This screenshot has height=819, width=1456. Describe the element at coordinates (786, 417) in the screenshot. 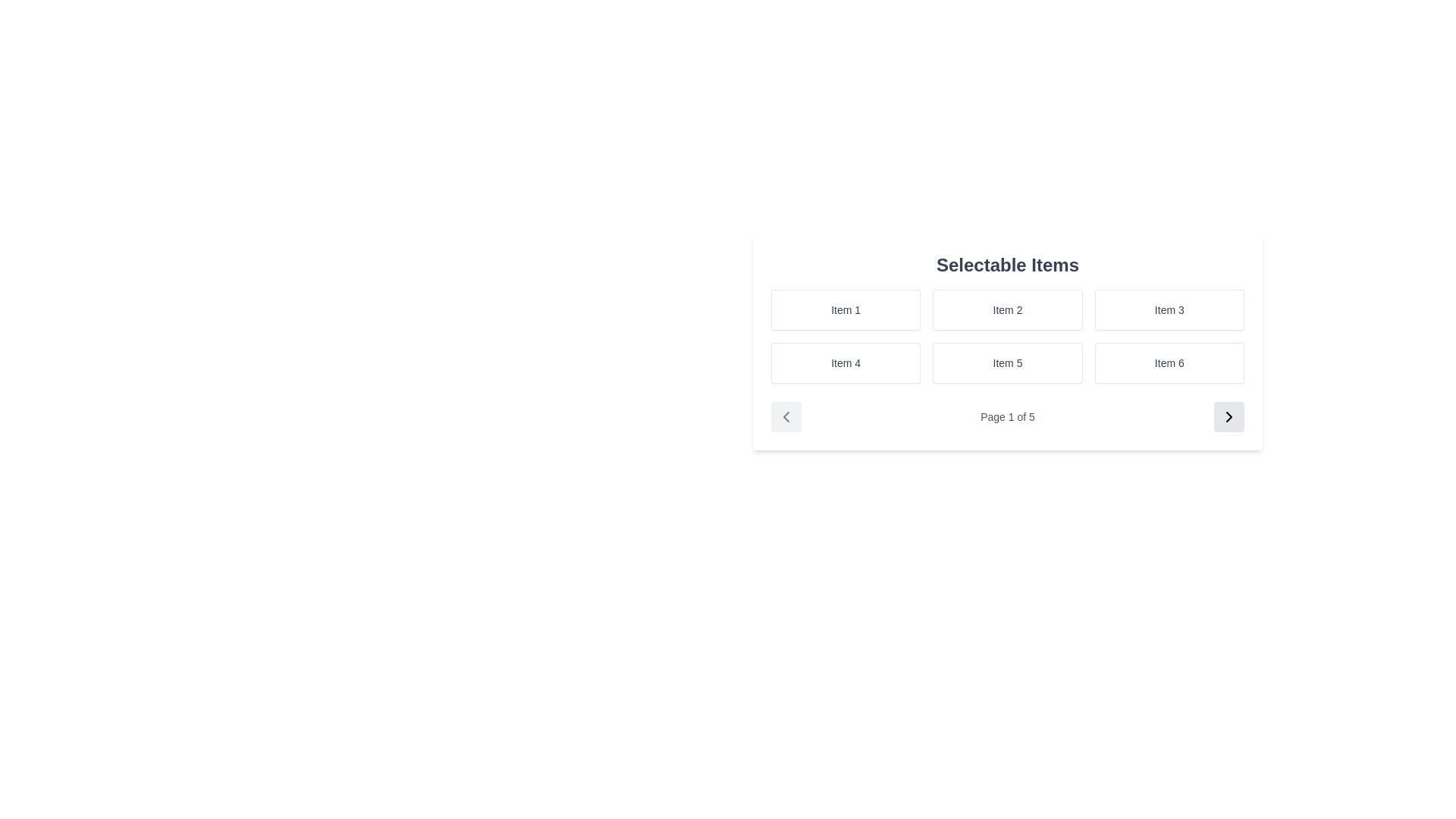

I see `the left-pointing chevron icon inside the circular button located in the lower-left corner of the 'Selectable Items' panel` at that location.